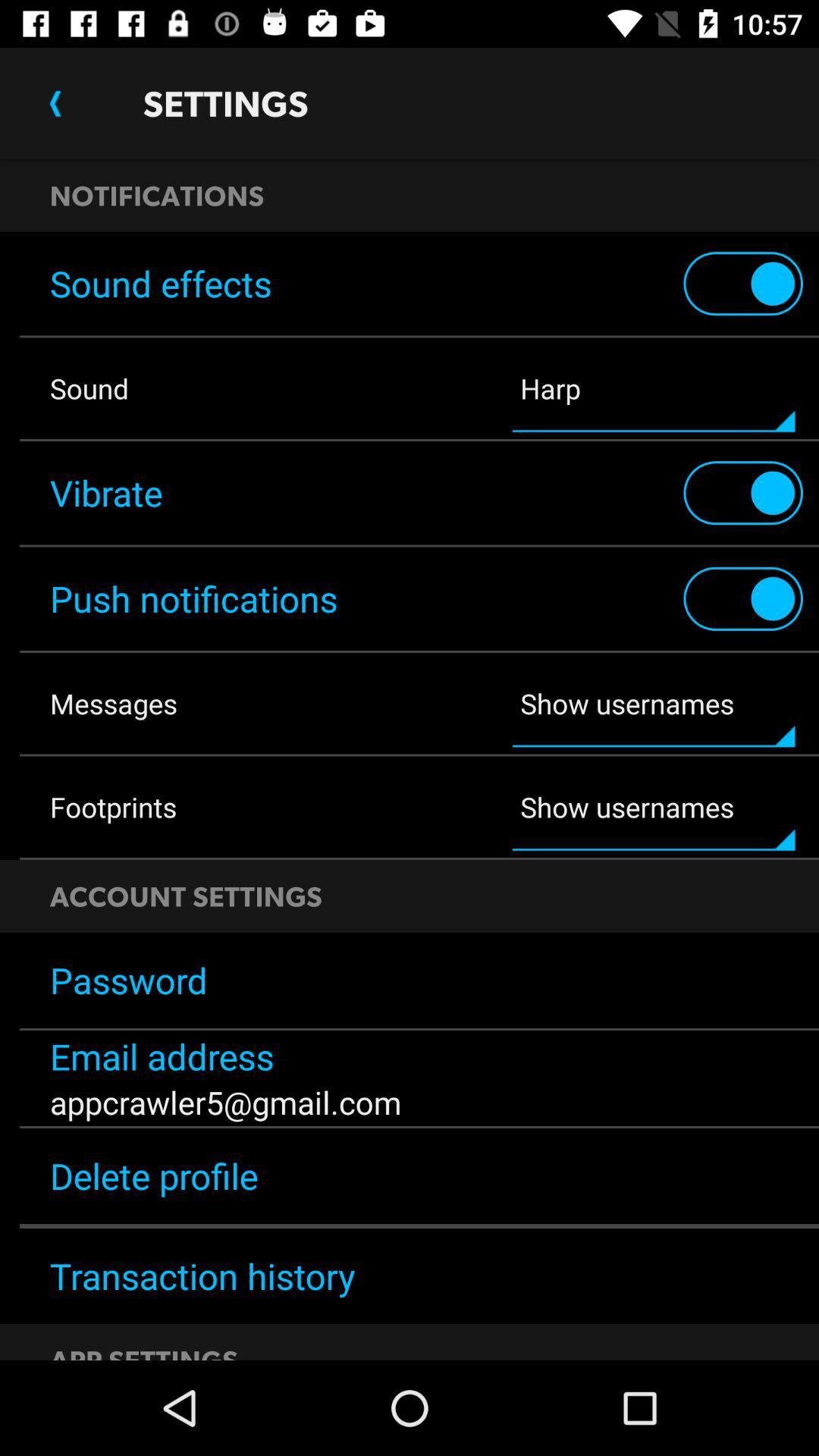 Image resolution: width=819 pixels, height=1456 pixels. Describe the element at coordinates (409, 1175) in the screenshot. I see `delete profile icon` at that location.